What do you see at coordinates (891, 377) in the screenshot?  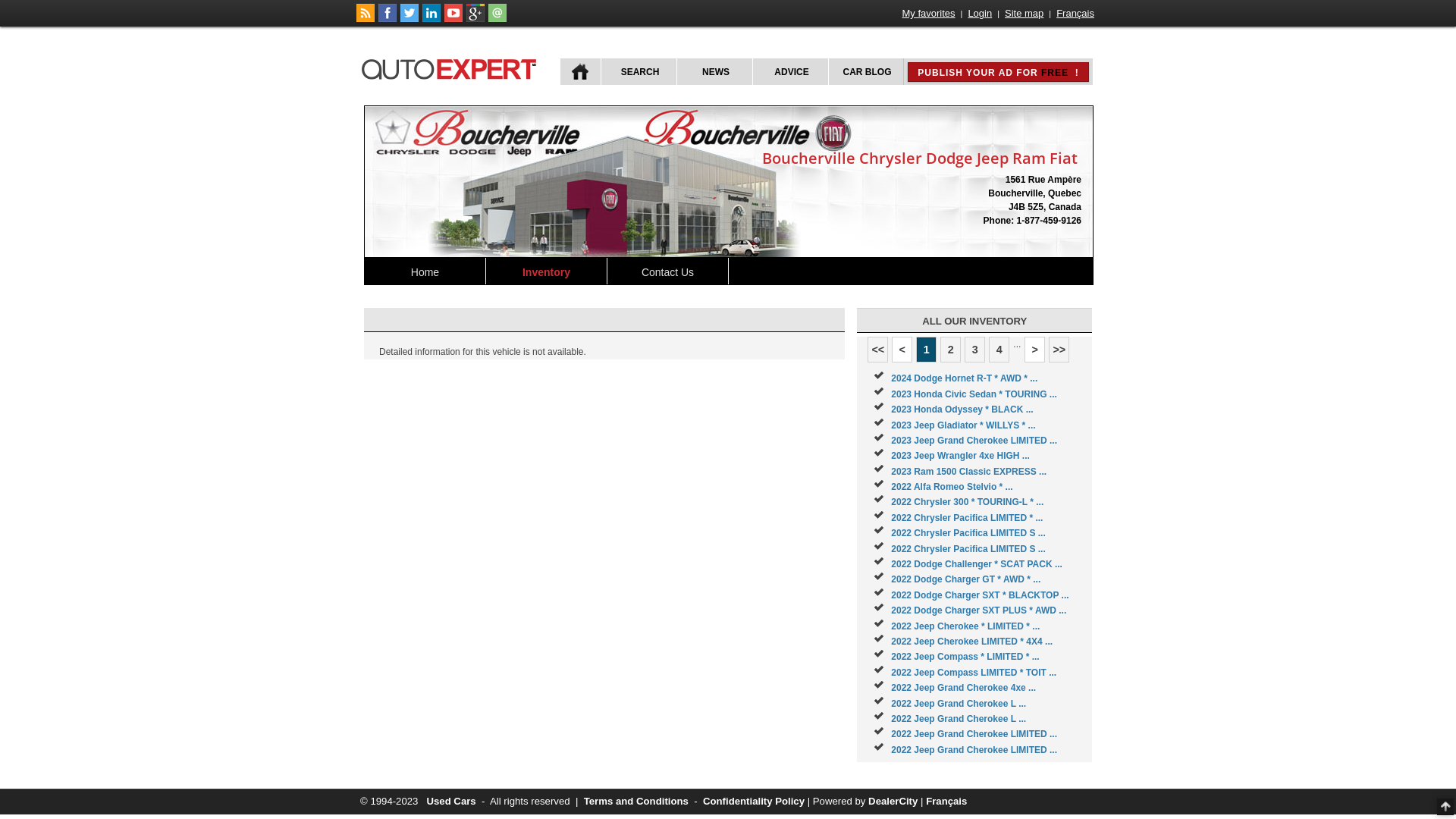 I see `'2024 Dodge Hornet R-T * AWD * ...'` at bounding box center [891, 377].